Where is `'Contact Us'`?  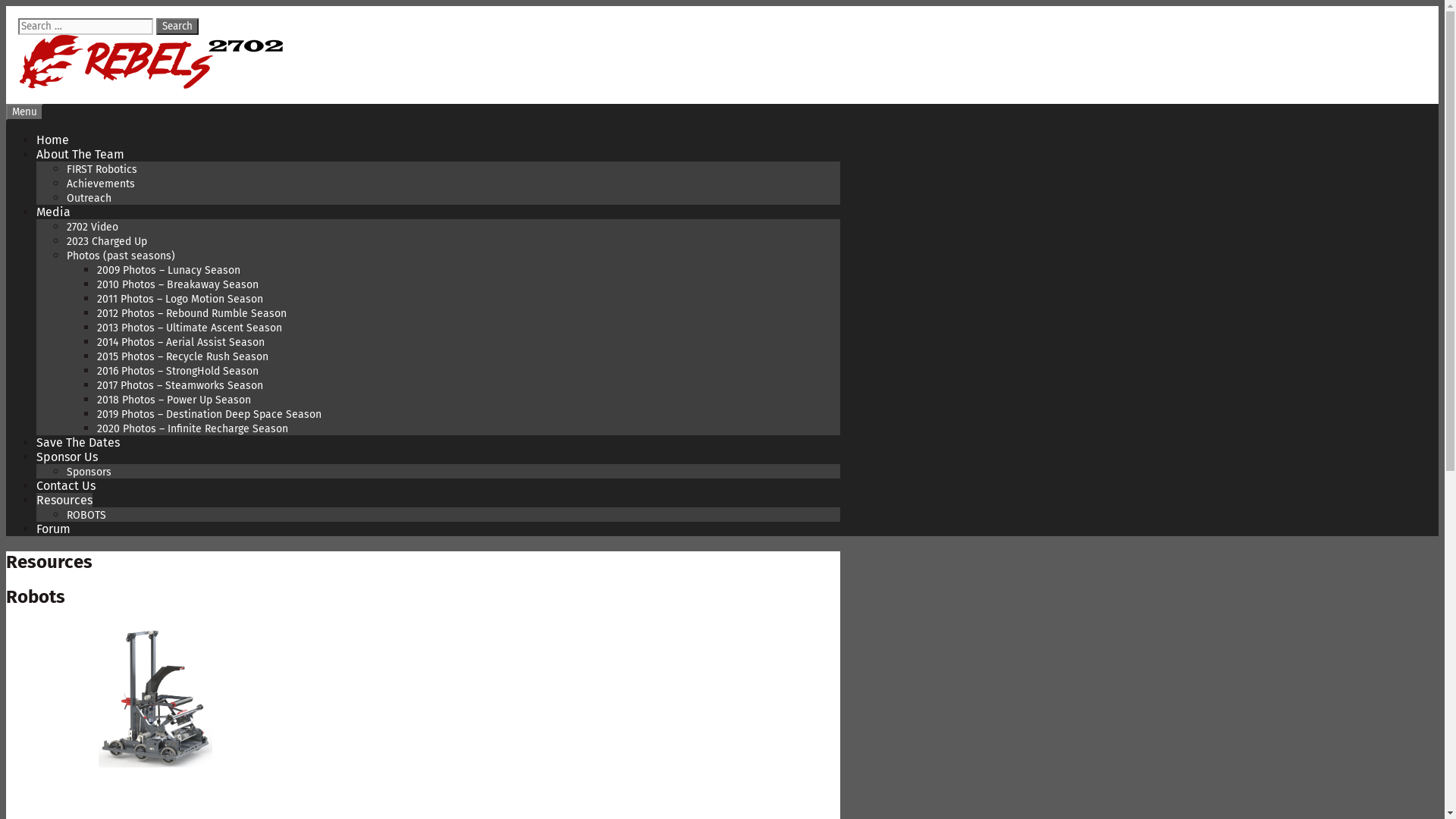
'Contact Us' is located at coordinates (64, 485).